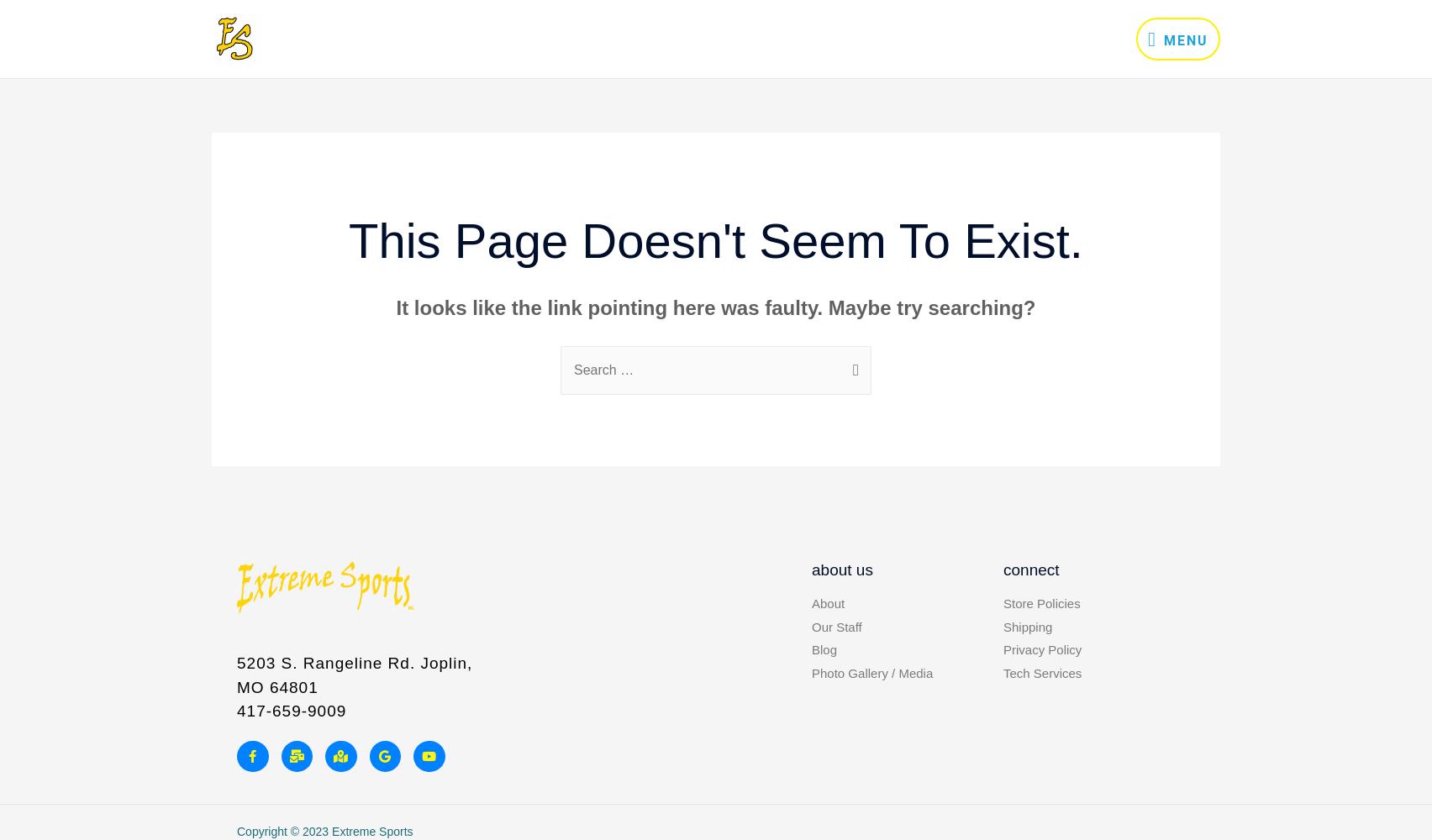 The width and height of the screenshot is (1432, 840). Describe the element at coordinates (714, 240) in the screenshot. I see `'This page doesn't seem to exist.'` at that location.